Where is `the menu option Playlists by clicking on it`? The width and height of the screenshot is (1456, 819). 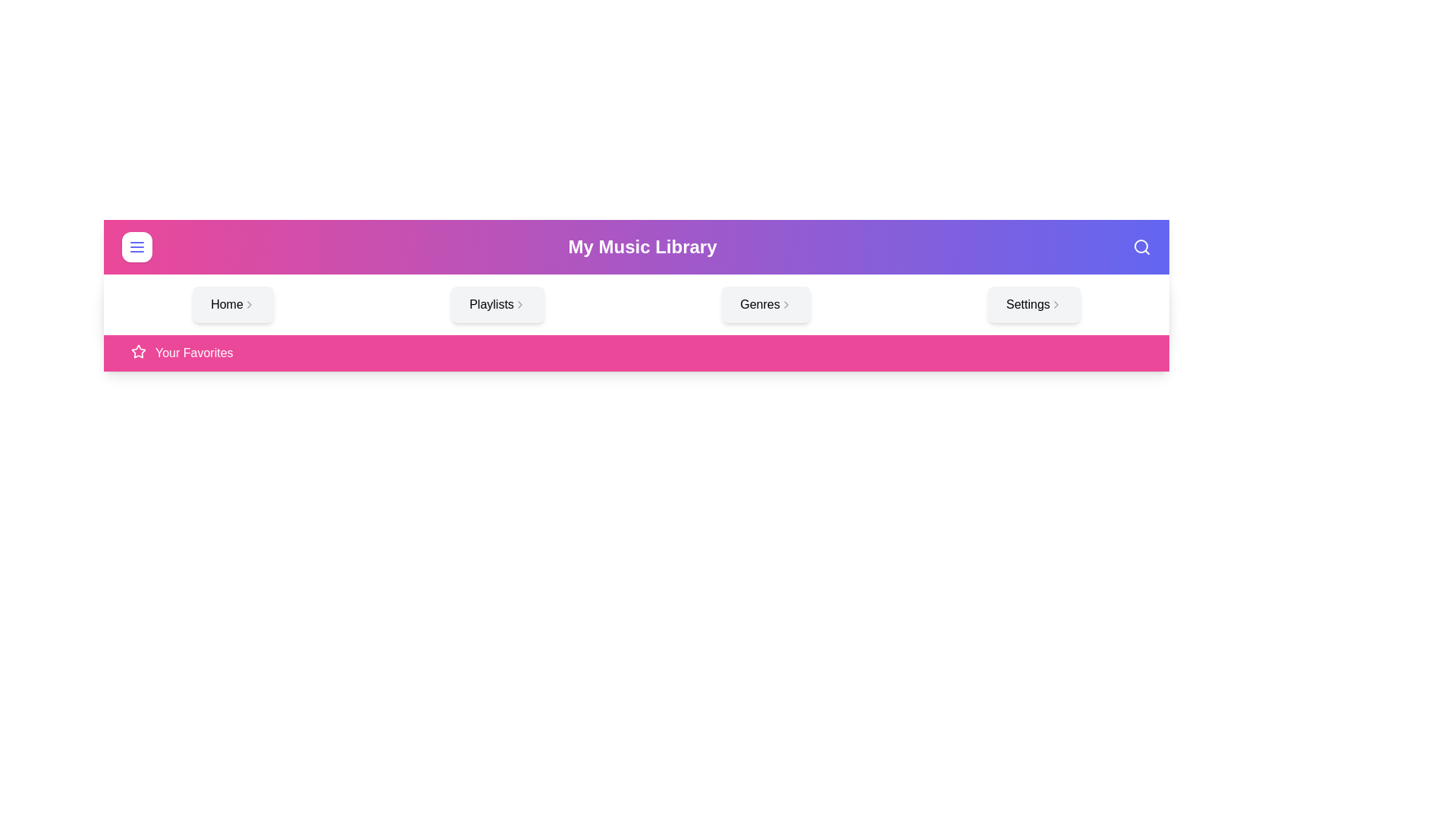
the menu option Playlists by clicking on it is located at coordinates (497, 304).